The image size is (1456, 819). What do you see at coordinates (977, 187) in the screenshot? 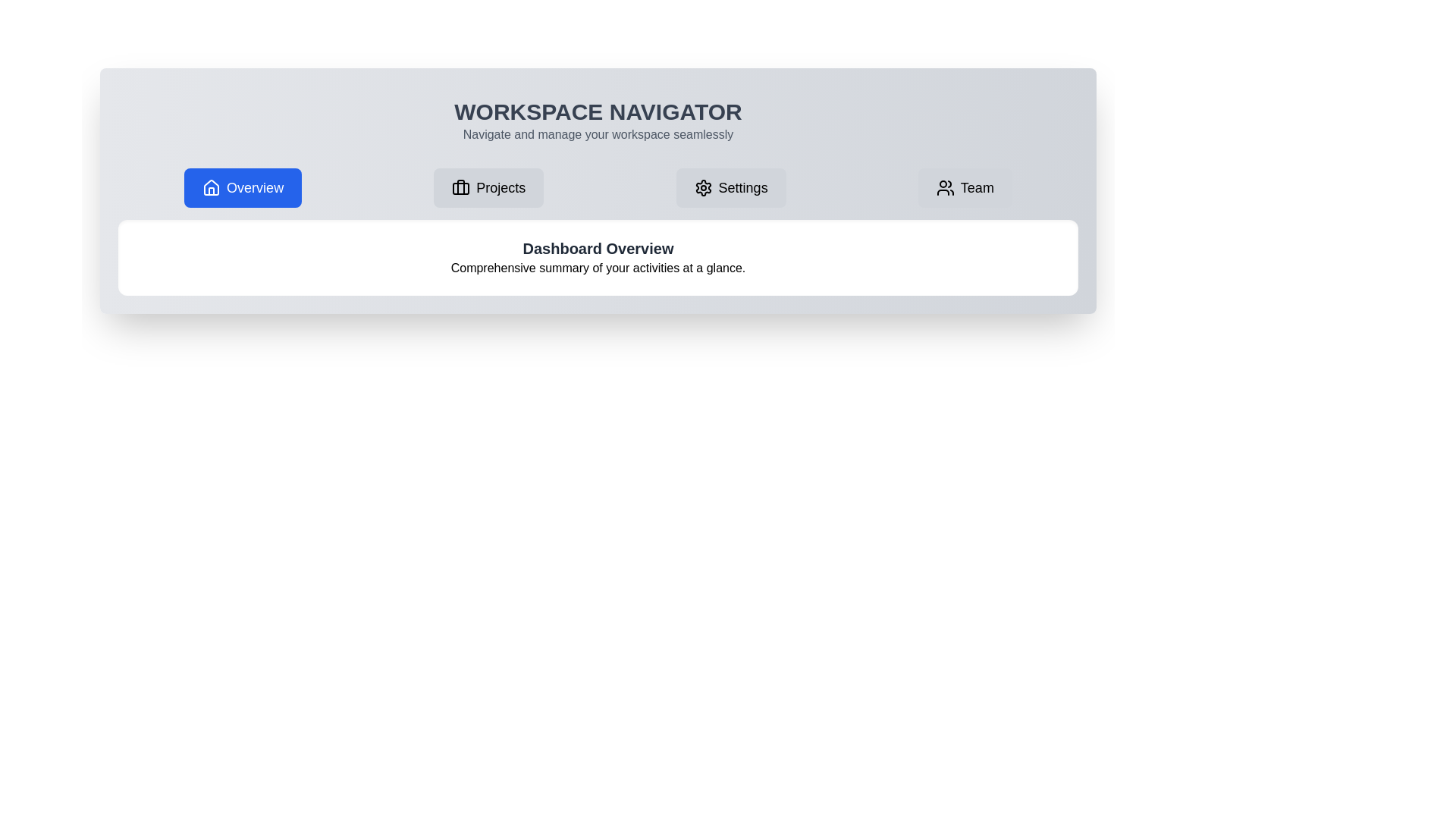
I see `the 'Team' text label located within the rightmost button of the navigation bar` at bounding box center [977, 187].